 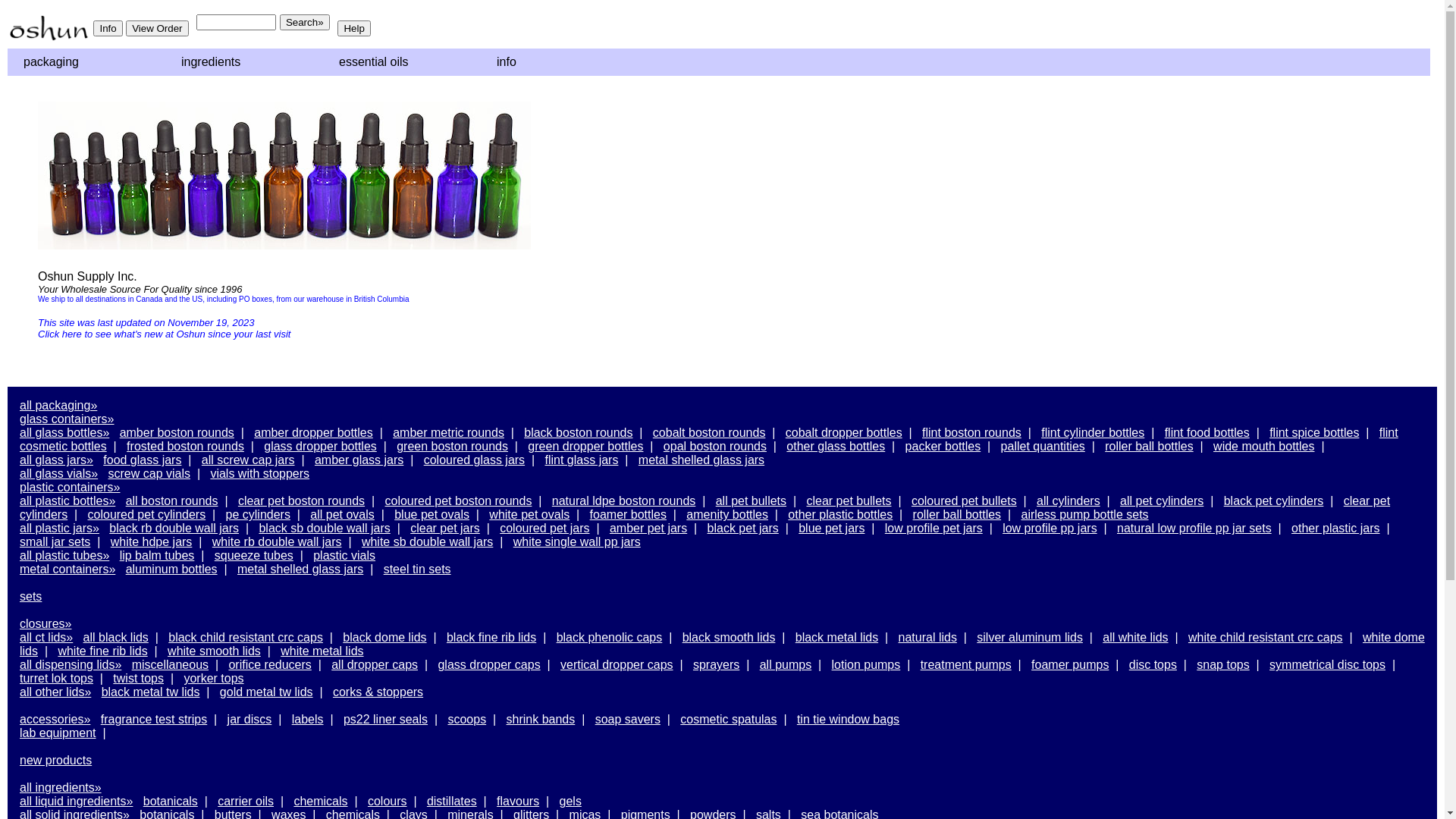 I want to click on 'opal boston rounds', so click(x=714, y=445).